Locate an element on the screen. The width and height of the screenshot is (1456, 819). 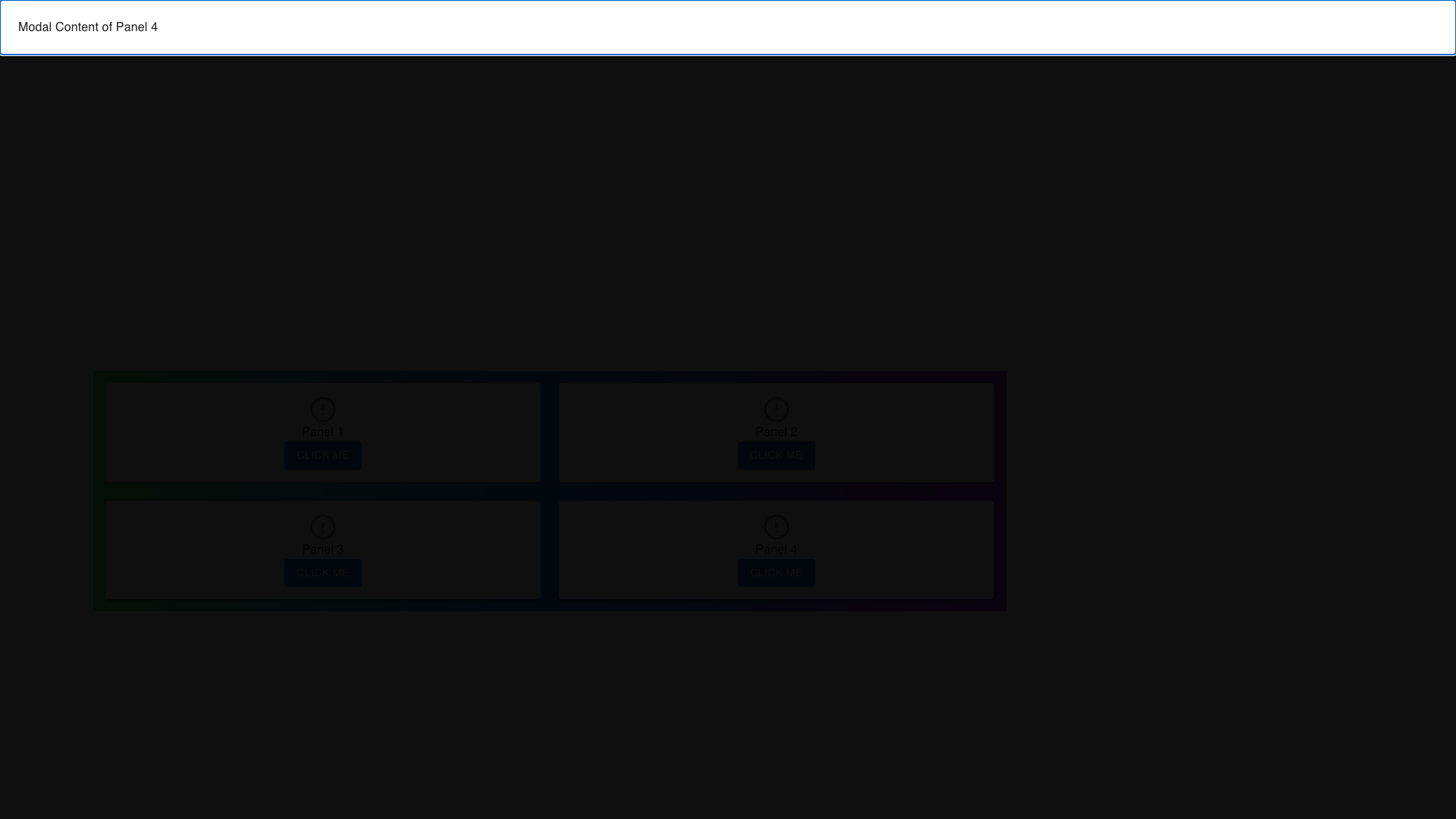
the button located on the third panel in the lower left quadrant of a four-panel layout is located at coordinates (322, 549).